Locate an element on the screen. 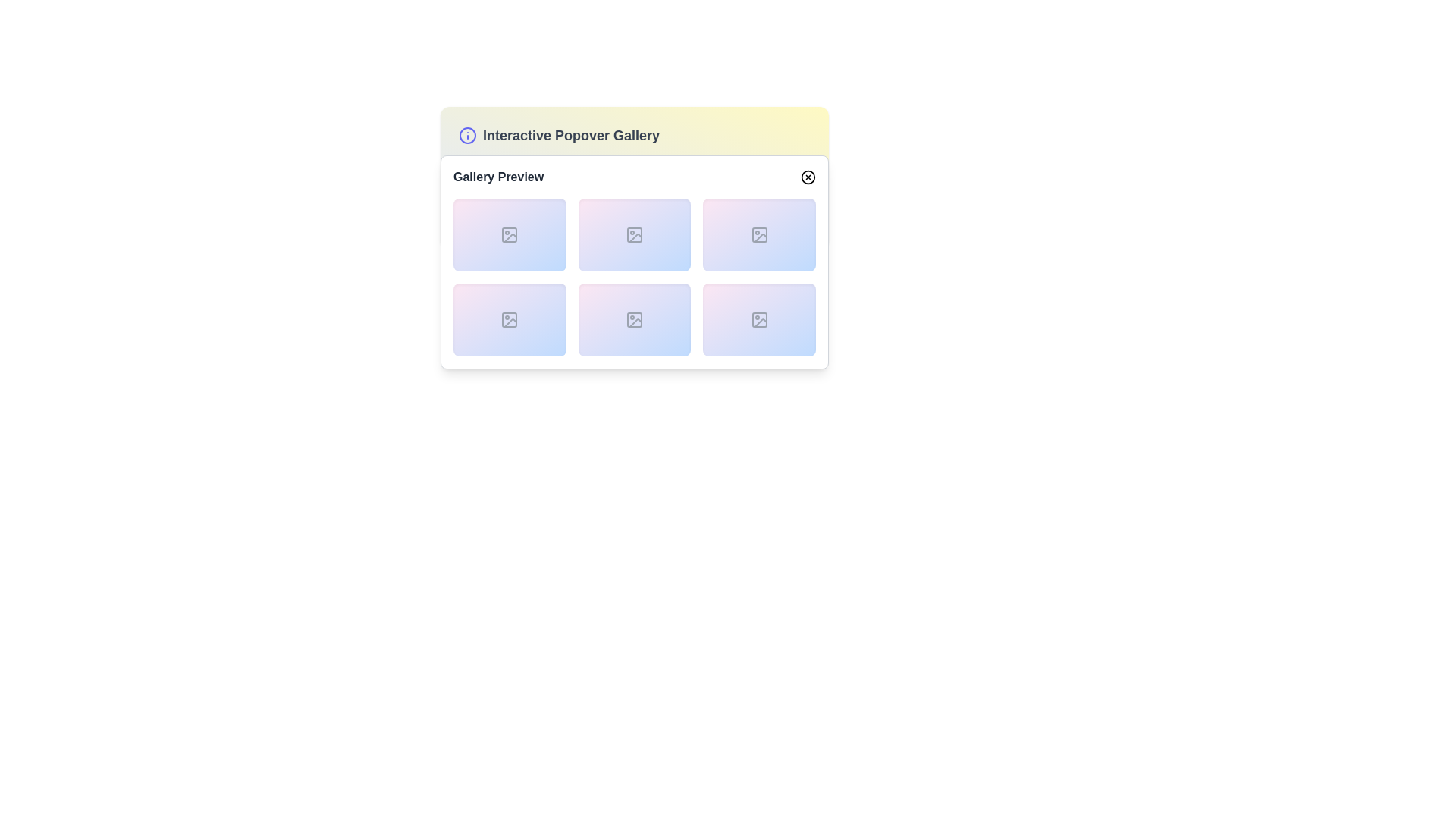 This screenshot has width=1456, height=819. the SVG icon depicting a generic image outline located in the top-left quadrant of the grid layout is located at coordinates (510, 234).